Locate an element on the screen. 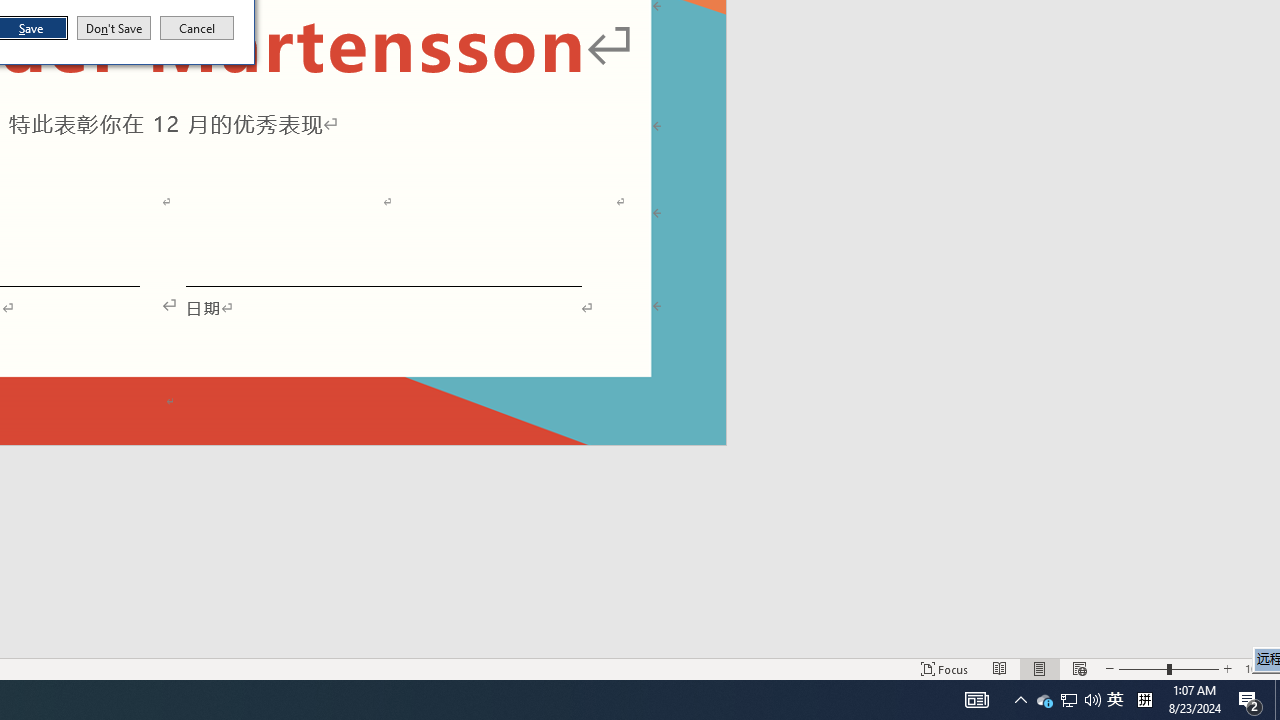 The width and height of the screenshot is (1280, 720). 'Cancel' is located at coordinates (197, 28).